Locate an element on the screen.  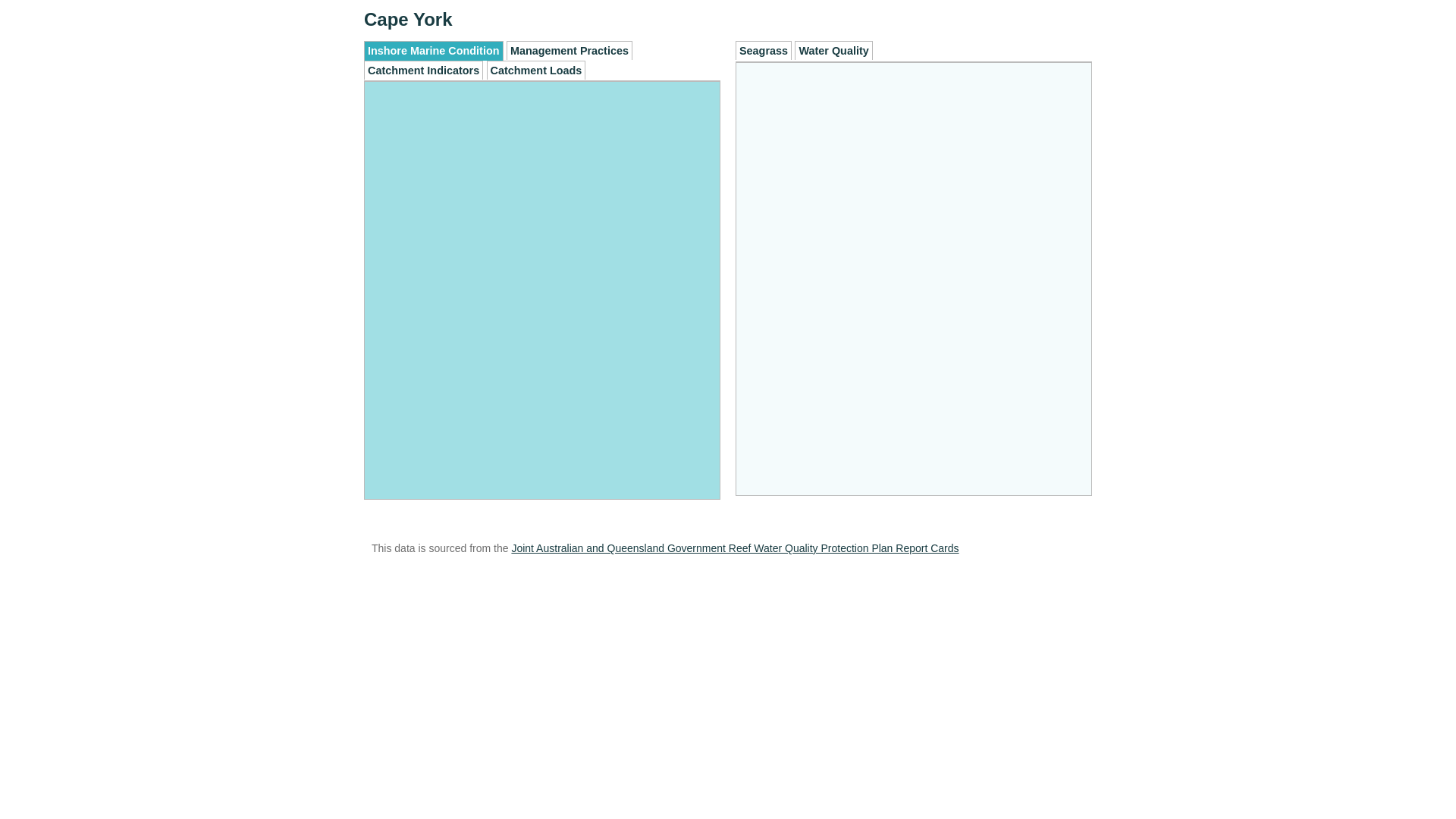
'Catchment Loads' is located at coordinates (536, 70).